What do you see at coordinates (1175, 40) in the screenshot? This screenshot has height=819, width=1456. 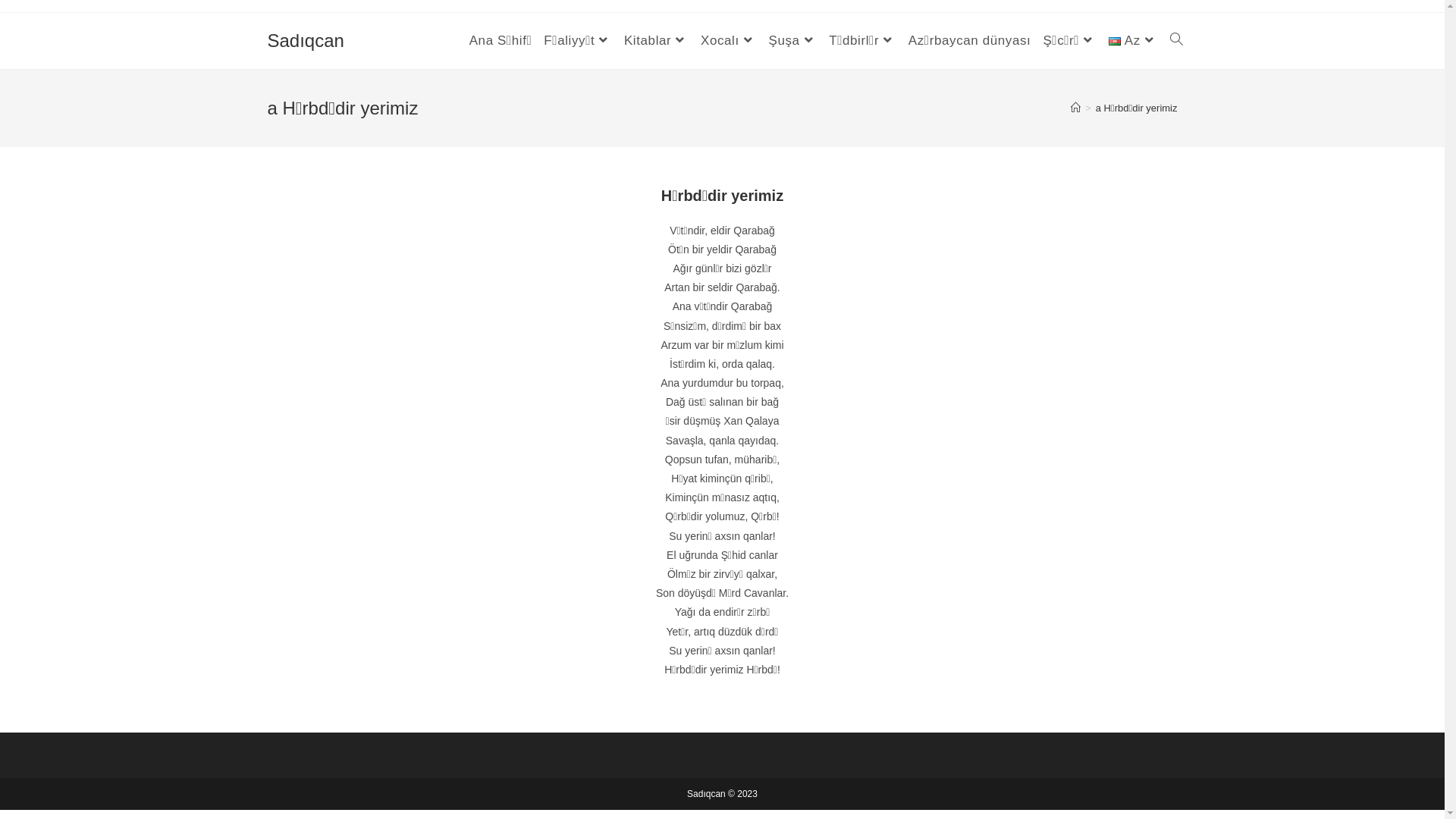 I see `'Toggle website search'` at bounding box center [1175, 40].